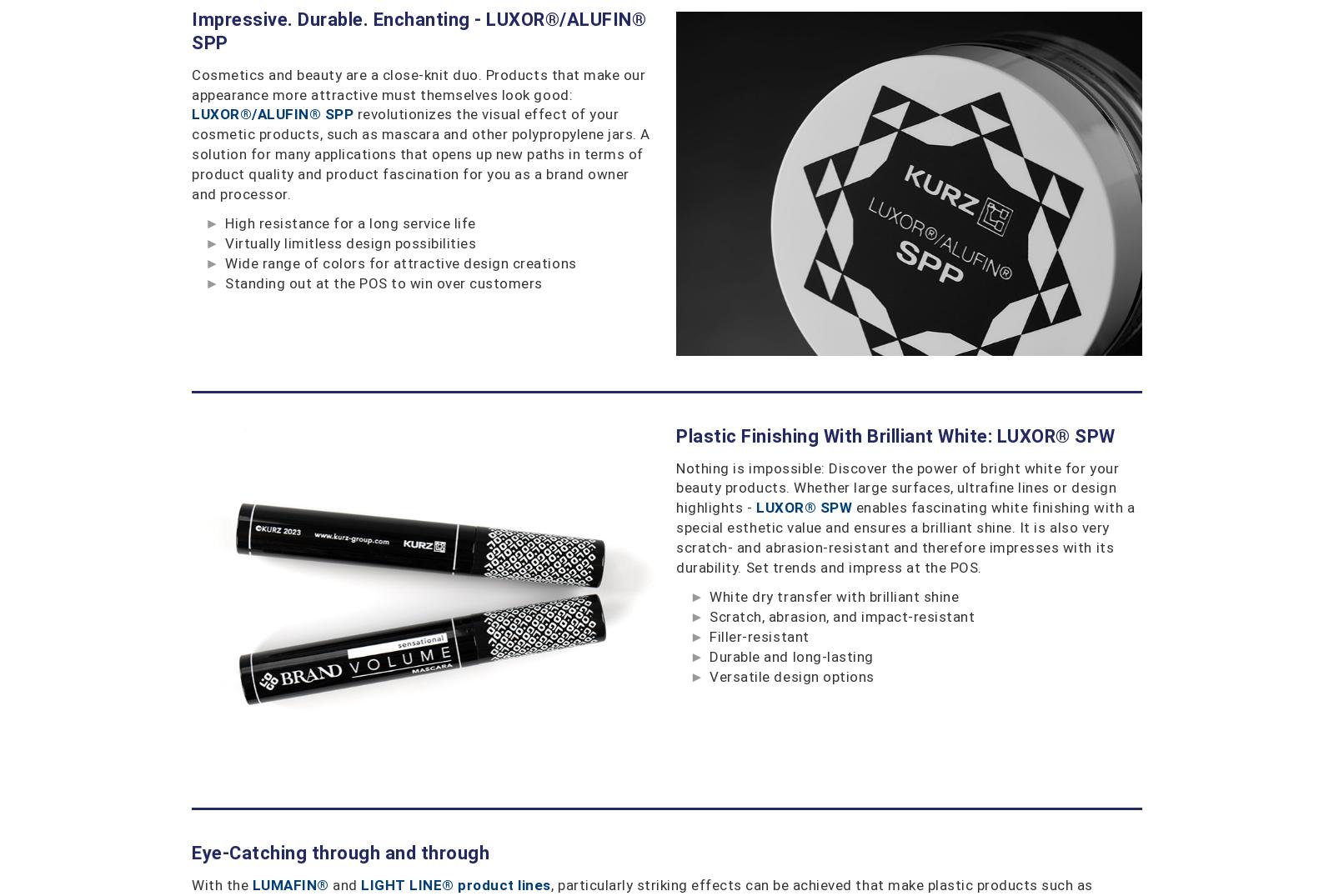 The width and height of the screenshot is (1334, 896). Describe the element at coordinates (191, 29) in the screenshot. I see `'Impressive. Durable. Enchanting - LUXOR®/ALUFIN® SPP'` at that location.